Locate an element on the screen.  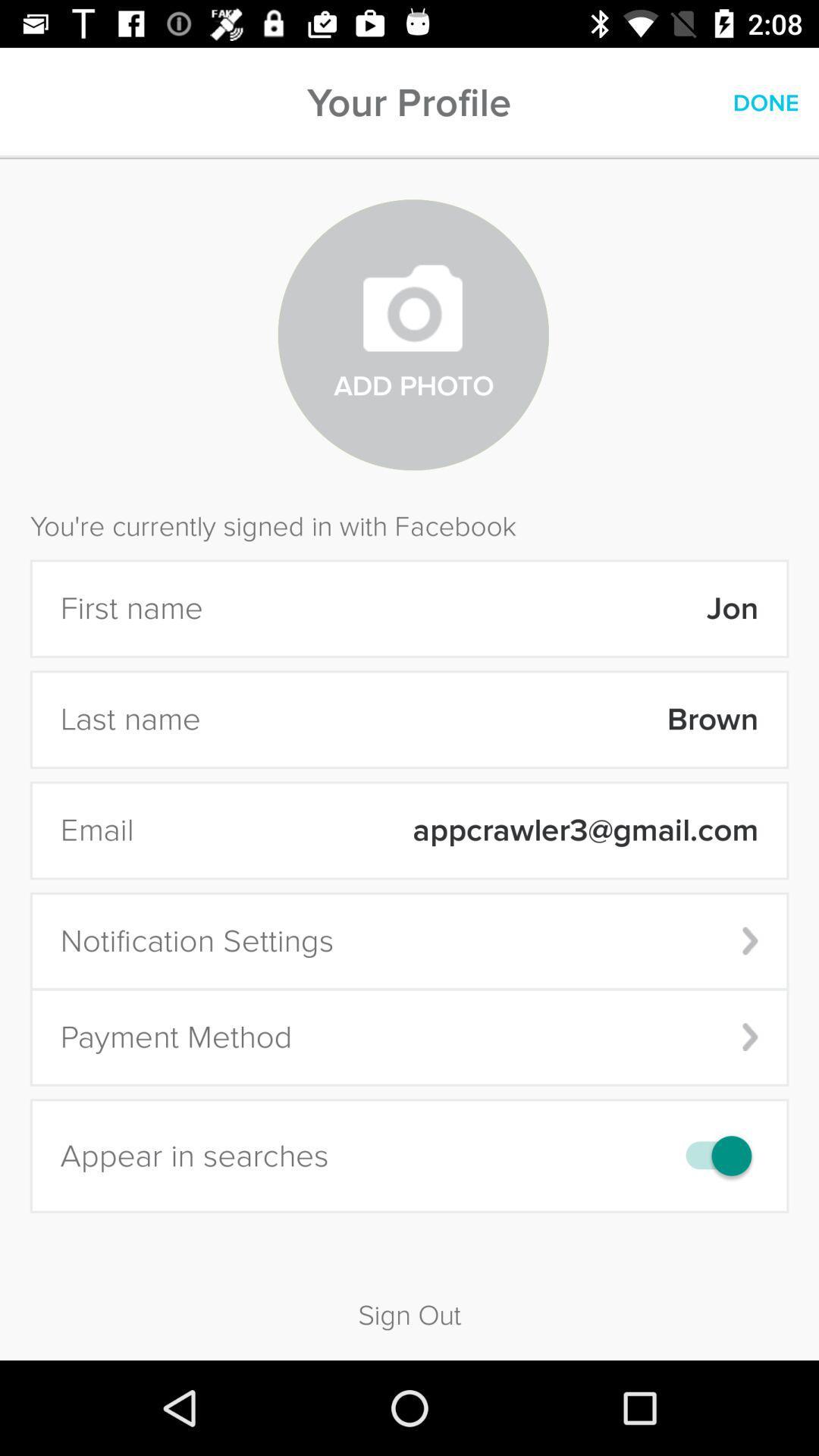
item to the right of the first name icon is located at coordinates (491, 608).